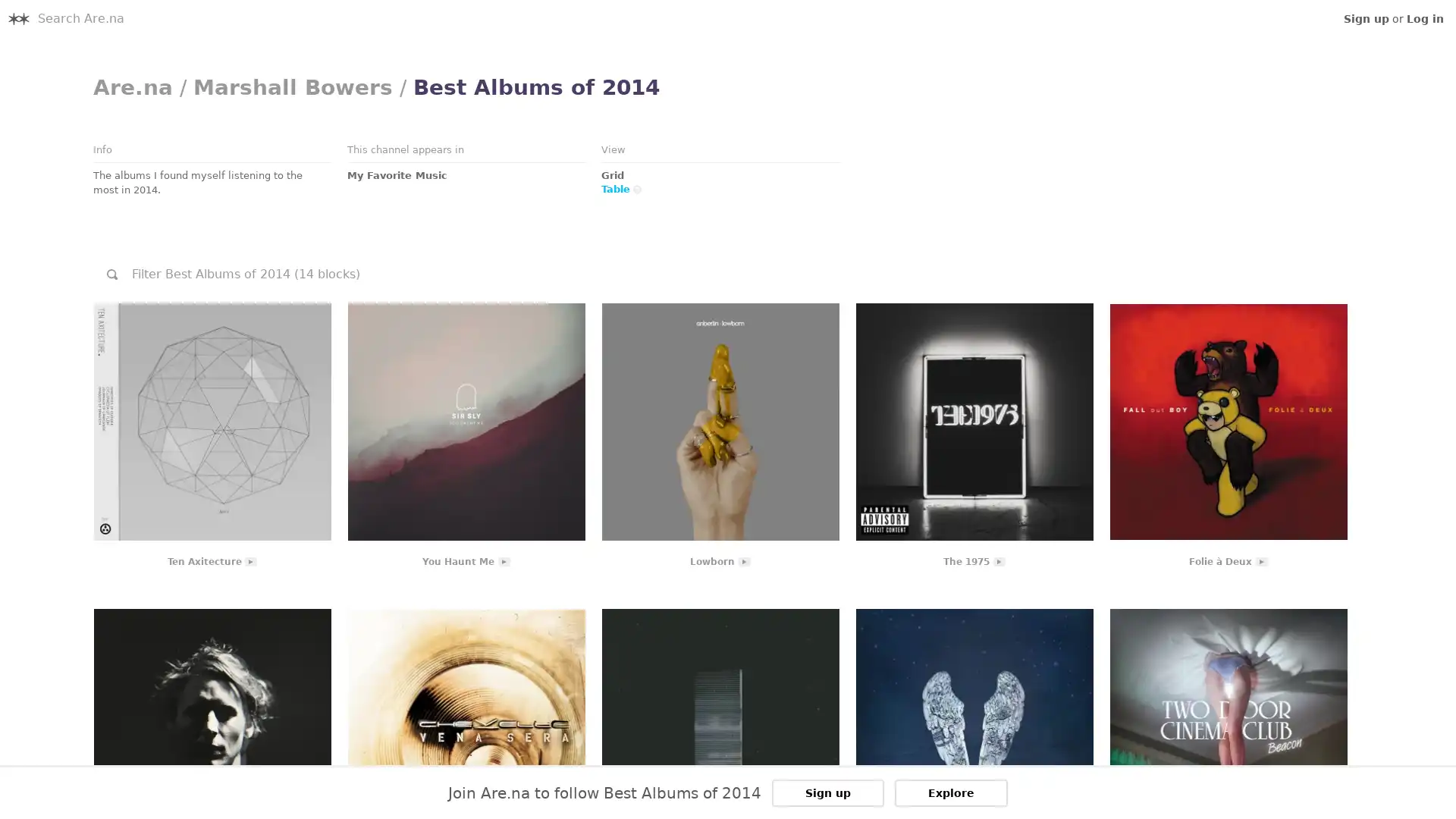 This screenshot has width=1456, height=819. What do you see at coordinates (1228, 421) in the screenshot?
I see `Link to Embed: Folie a Deux` at bounding box center [1228, 421].